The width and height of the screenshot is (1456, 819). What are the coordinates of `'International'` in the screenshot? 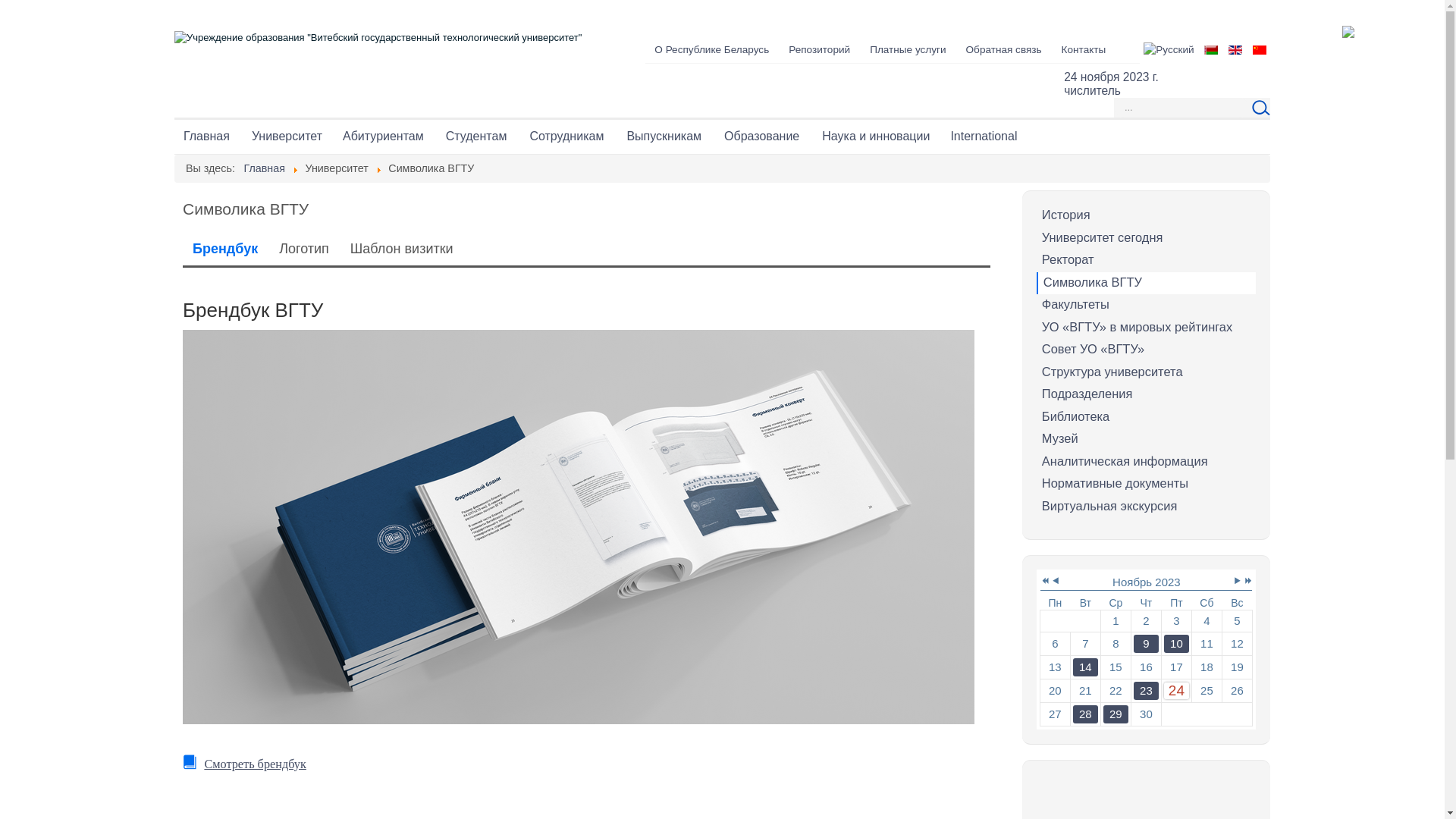 It's located at (983, 136).